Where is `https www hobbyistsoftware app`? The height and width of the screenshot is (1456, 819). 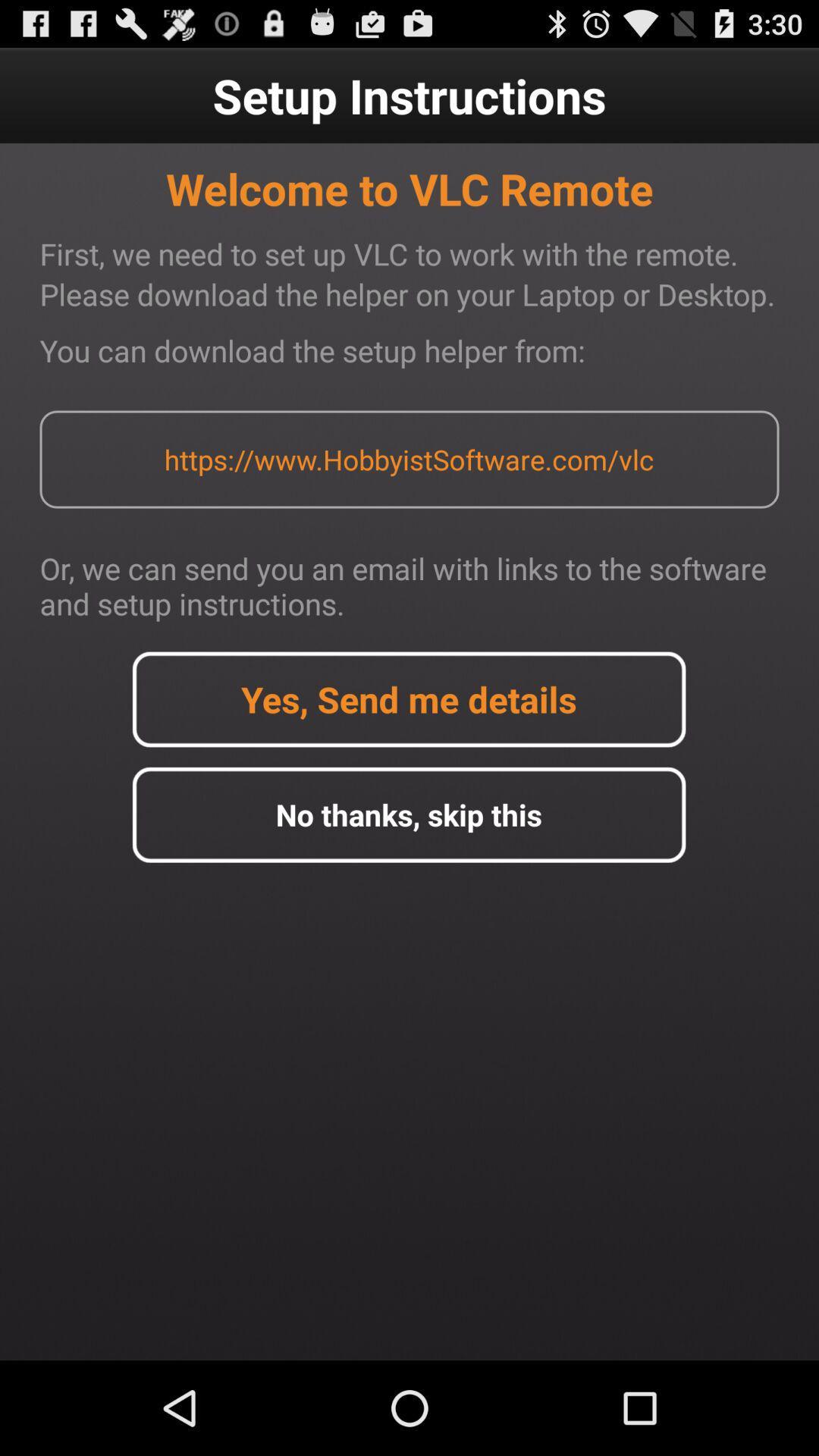 https www hobbyistsoftware app is located at coordinates (408, 458).